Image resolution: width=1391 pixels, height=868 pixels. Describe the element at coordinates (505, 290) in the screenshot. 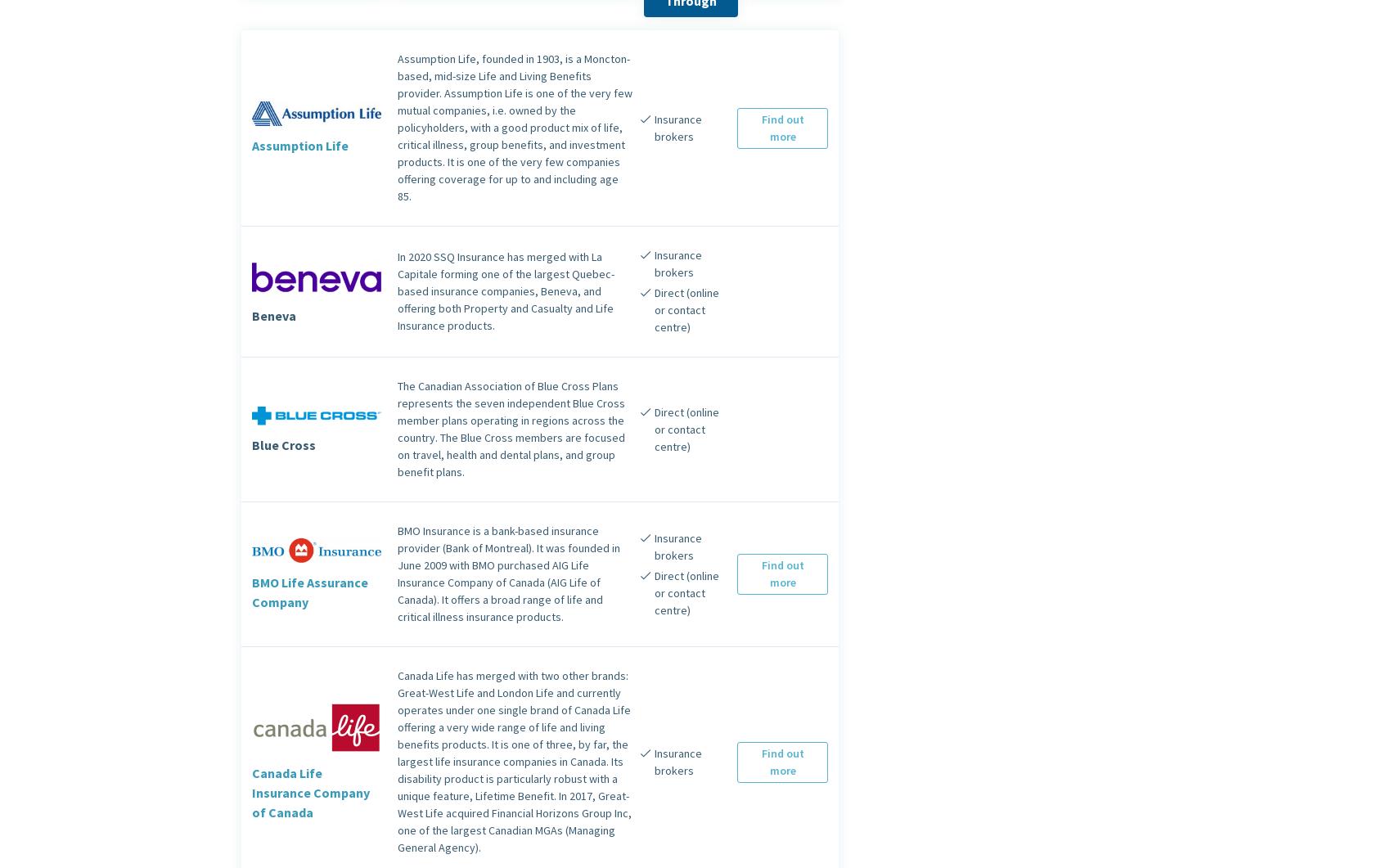

I see `'In 2020 SSQ Insurance has merged with La Capitale forming one of the largest Quebec-based insurance companies, Beneva, and offering both Property and Casualty and Life Insurance products.'` at that location.